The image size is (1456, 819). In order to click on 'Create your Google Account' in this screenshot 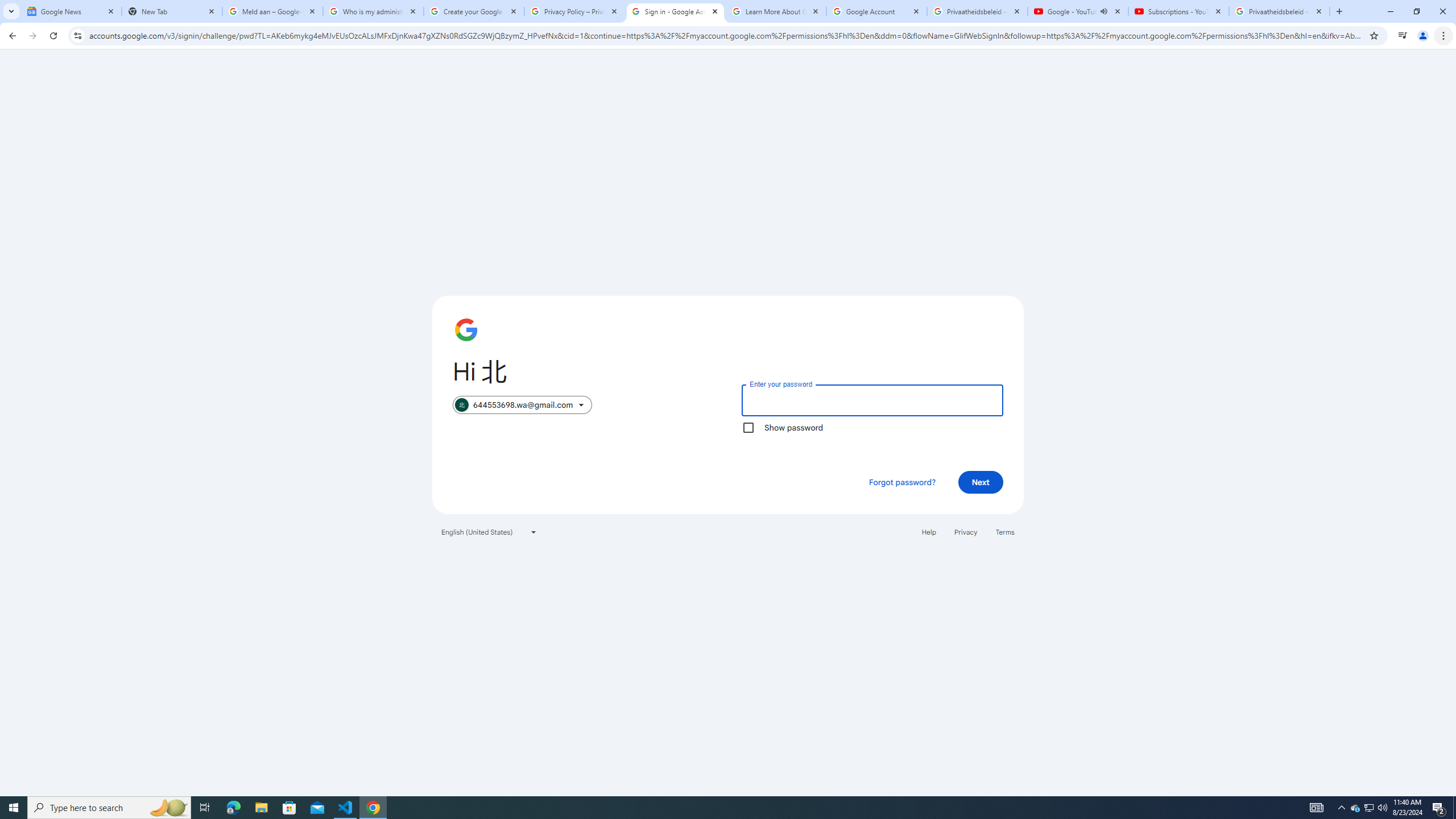, I will do `click(474, 11)`.